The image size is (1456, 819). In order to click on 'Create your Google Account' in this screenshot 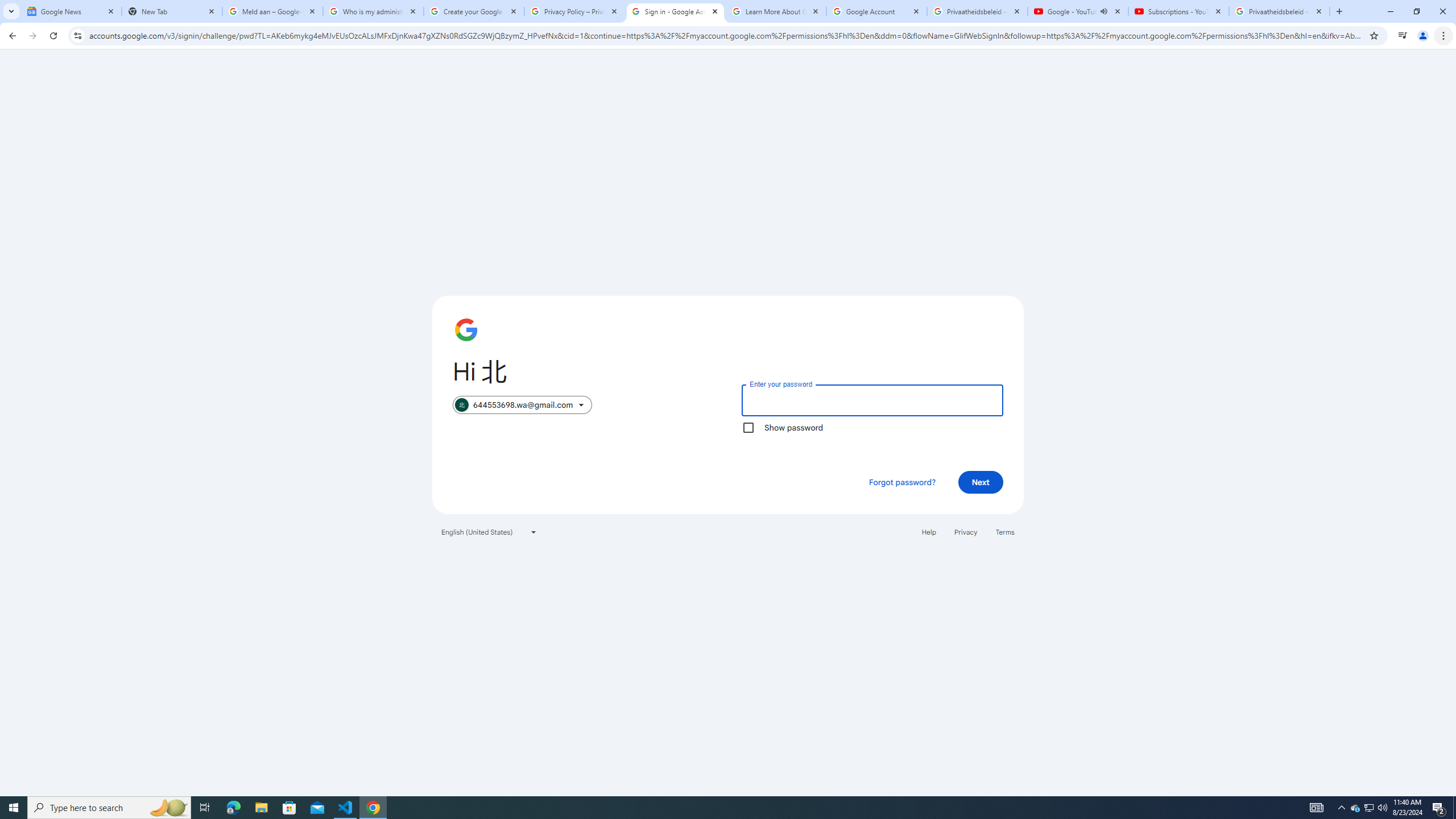, I will do `click(474, 11)`.